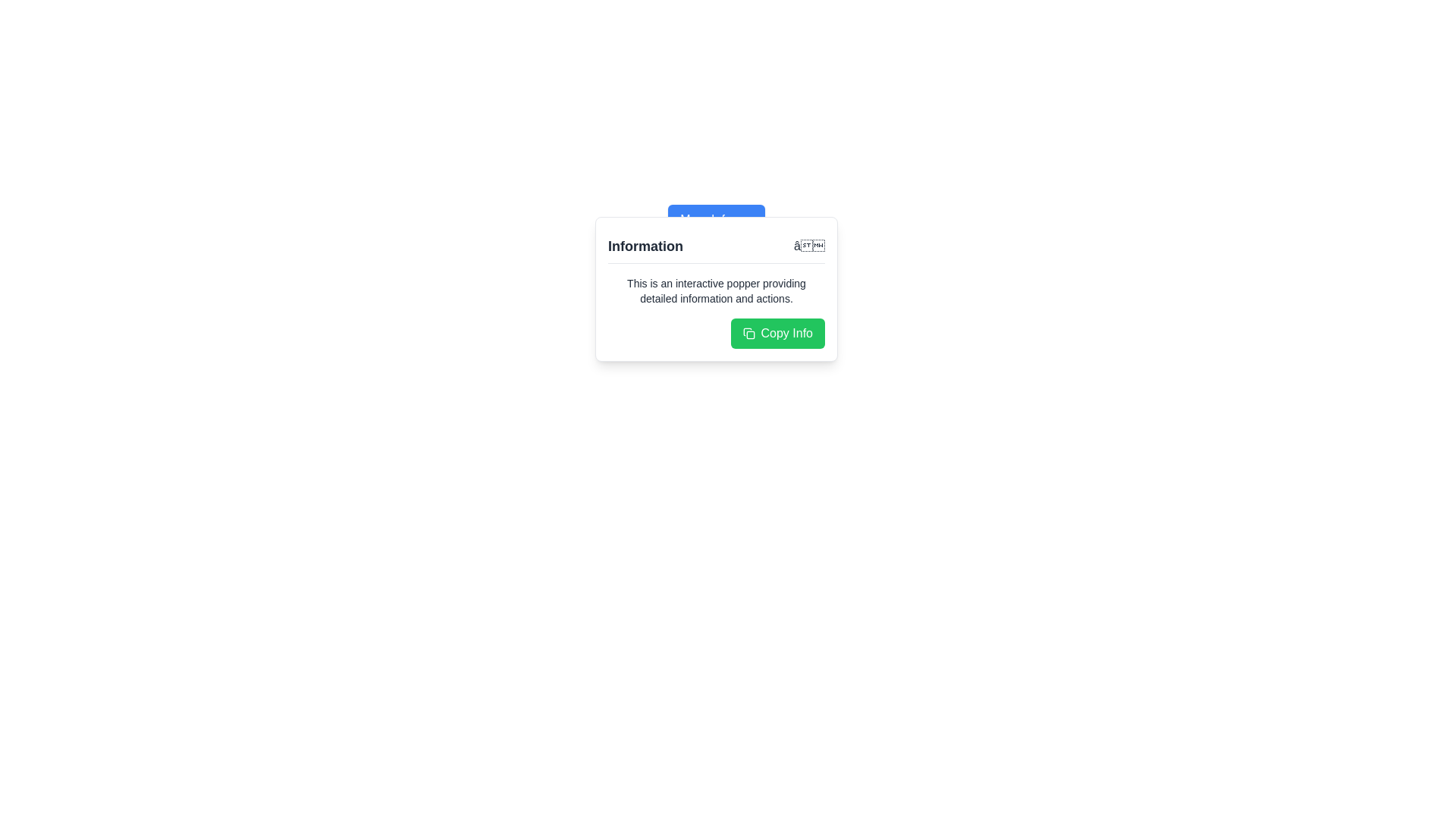  Describe the element at coordinates (716, 219) in the screenshot. I see `the information button located at the upper section of the card to observe its hover effect` at that location.